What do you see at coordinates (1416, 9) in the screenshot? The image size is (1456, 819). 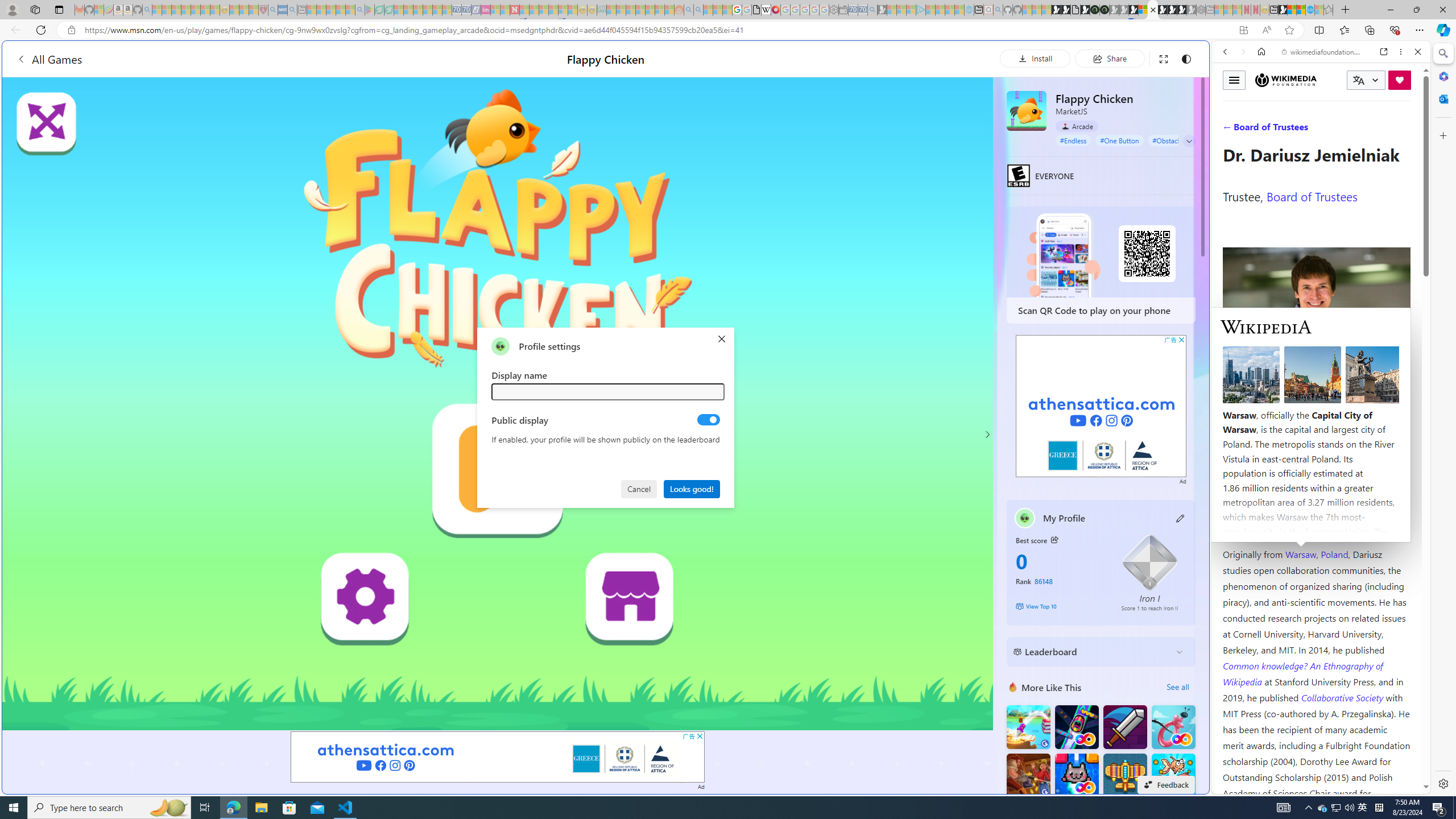 I see `'Restore'` at bounding box center [1416, 9].